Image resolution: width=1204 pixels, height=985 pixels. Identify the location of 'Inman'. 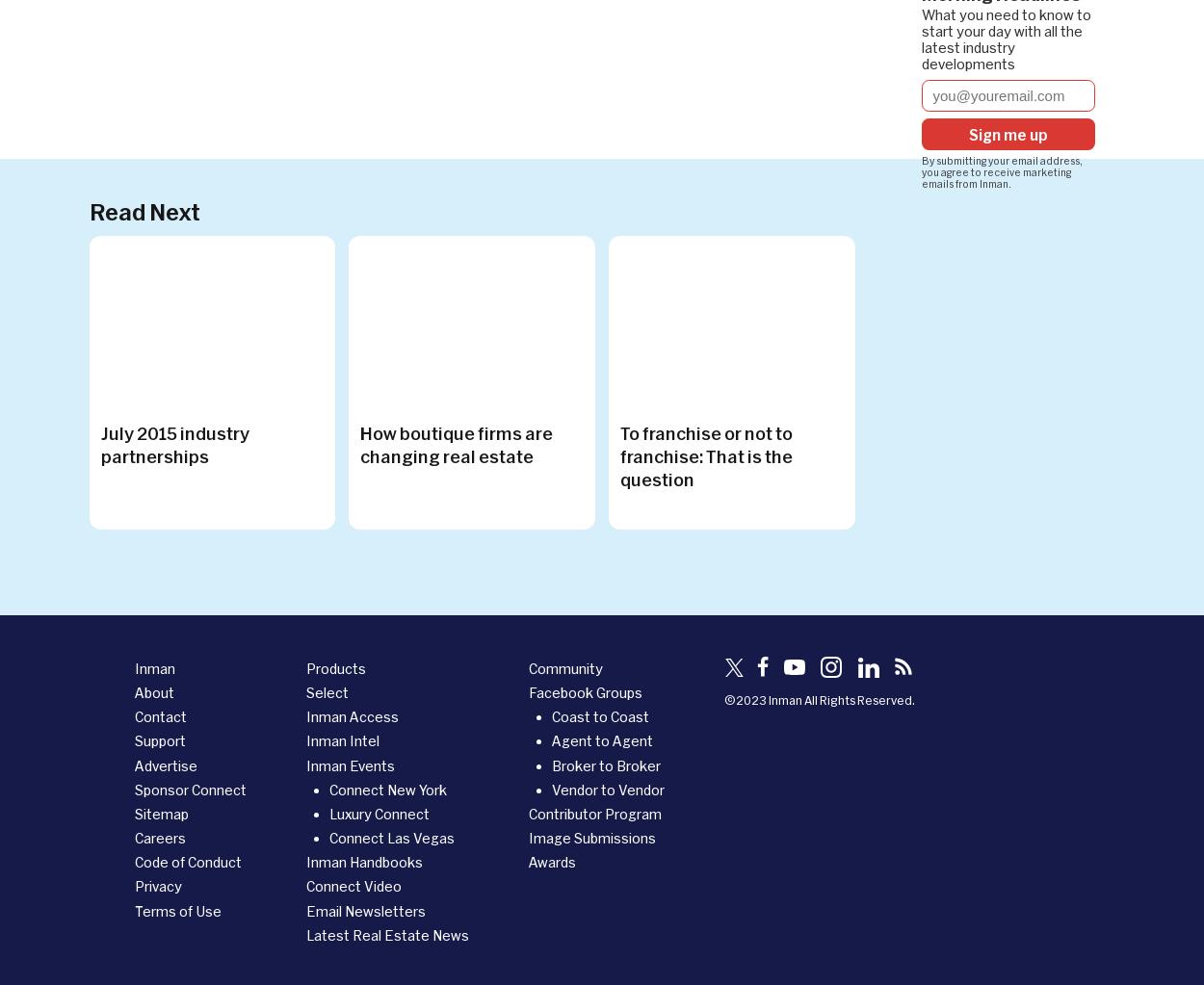
(135, 666).